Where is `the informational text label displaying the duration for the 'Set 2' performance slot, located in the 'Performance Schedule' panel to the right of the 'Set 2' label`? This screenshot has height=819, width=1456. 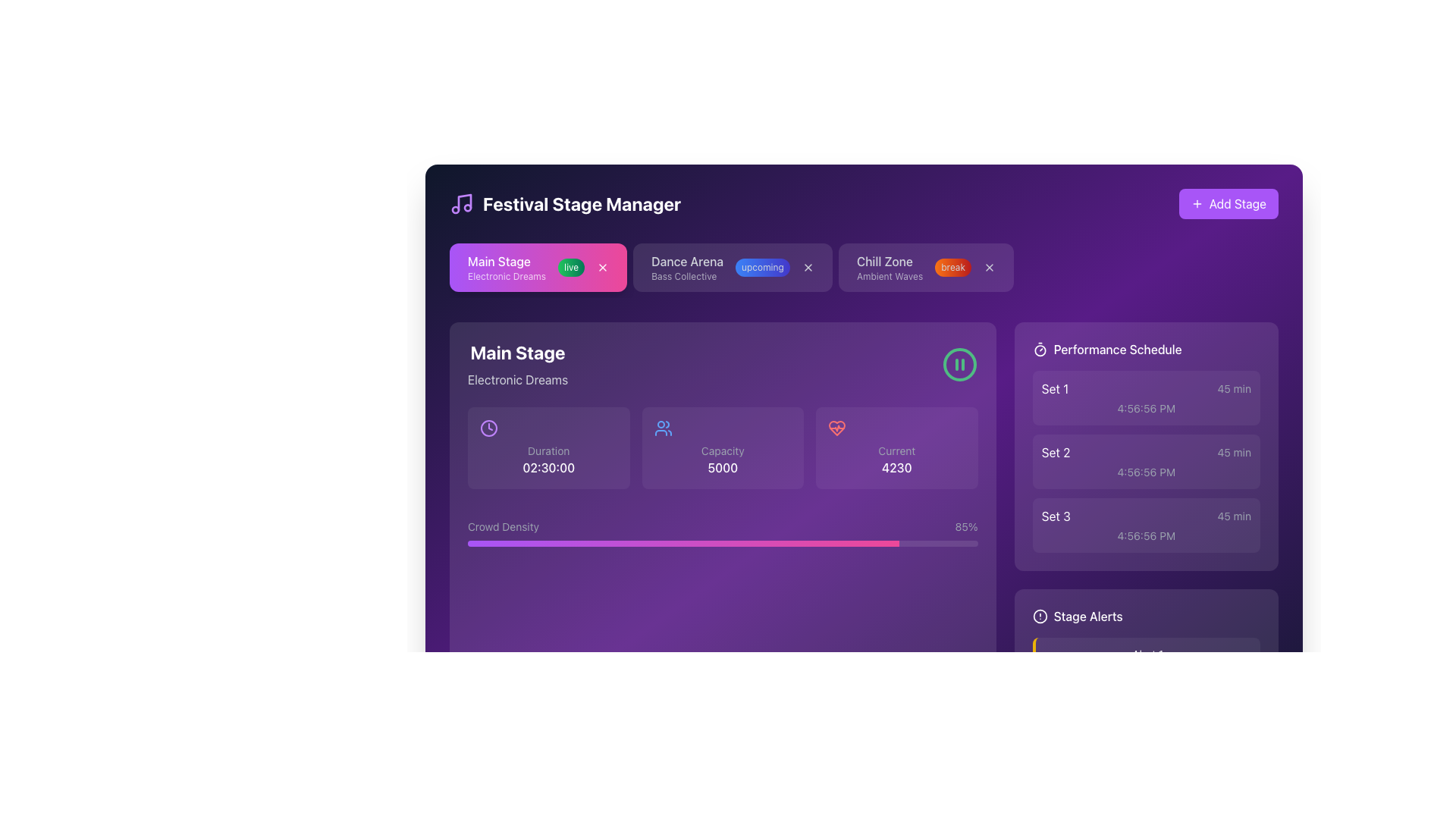
the informational text label displaying the duration for the 'Set 2' performance slot, located in the 'Performance Schedule' panel to the right of the 'Set 2' label is located at coordinates (1234, 452).